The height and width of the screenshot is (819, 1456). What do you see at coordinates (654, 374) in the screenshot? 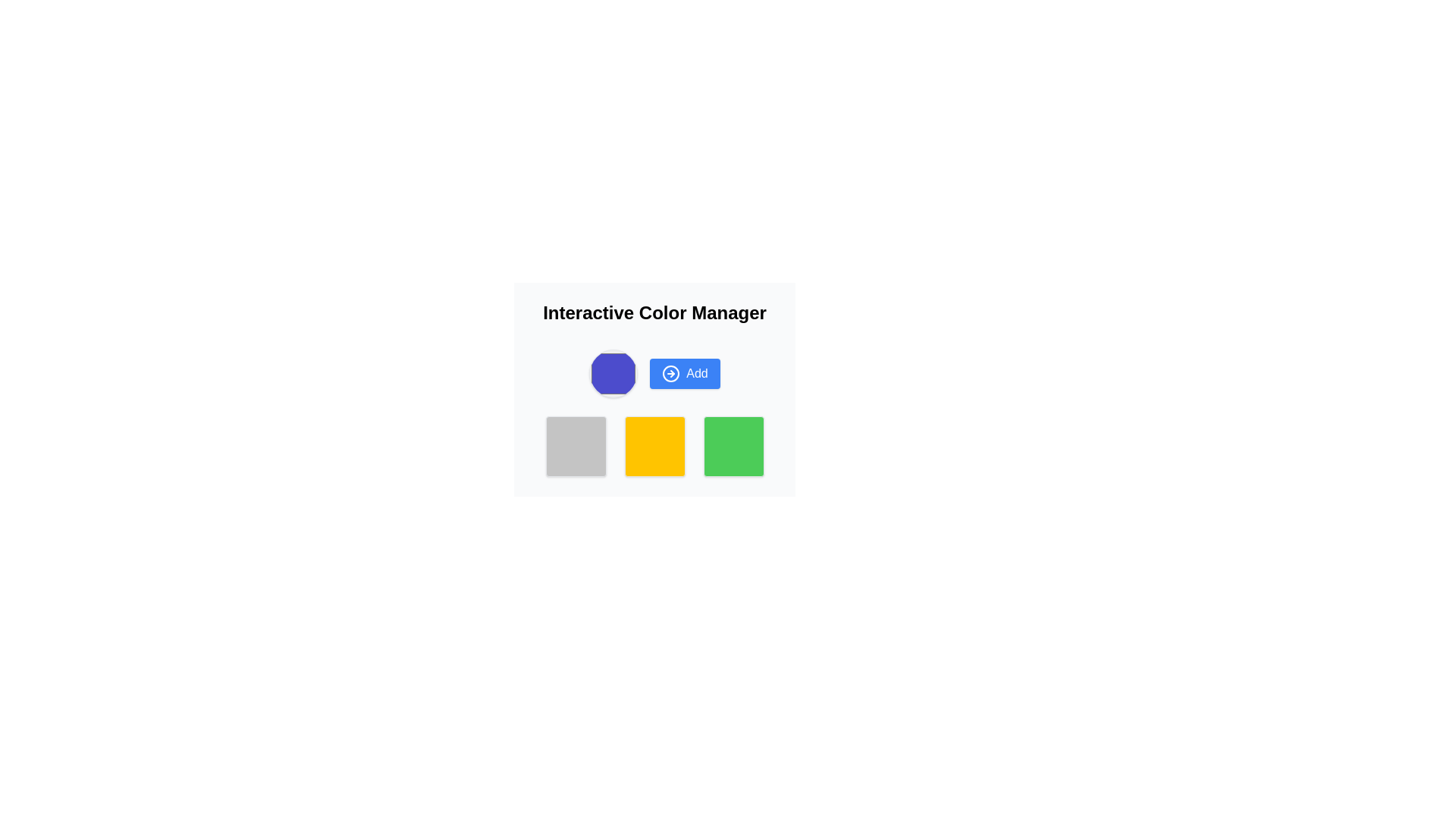
I see `the circular icon of the 'Add' button in the Interactive Color Manager` at bounding box center [654, 374].